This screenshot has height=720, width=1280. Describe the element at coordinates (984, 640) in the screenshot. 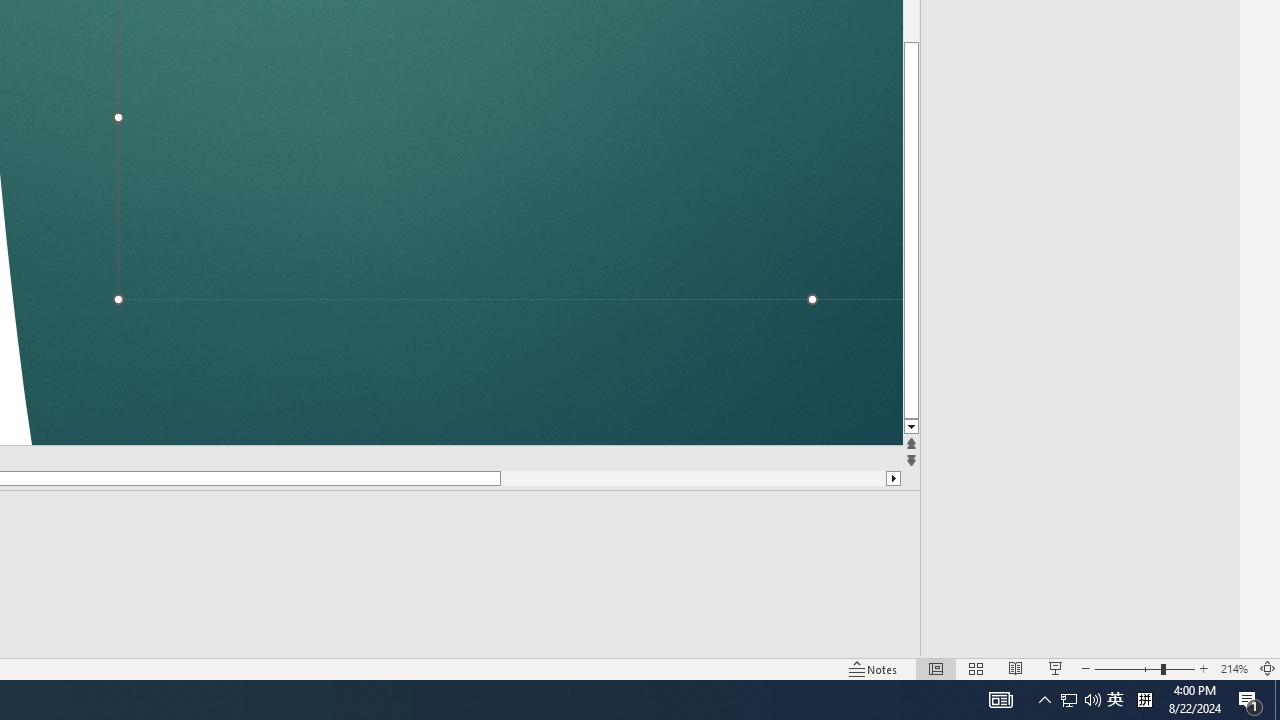

I see `'Web Layout'` at that location.